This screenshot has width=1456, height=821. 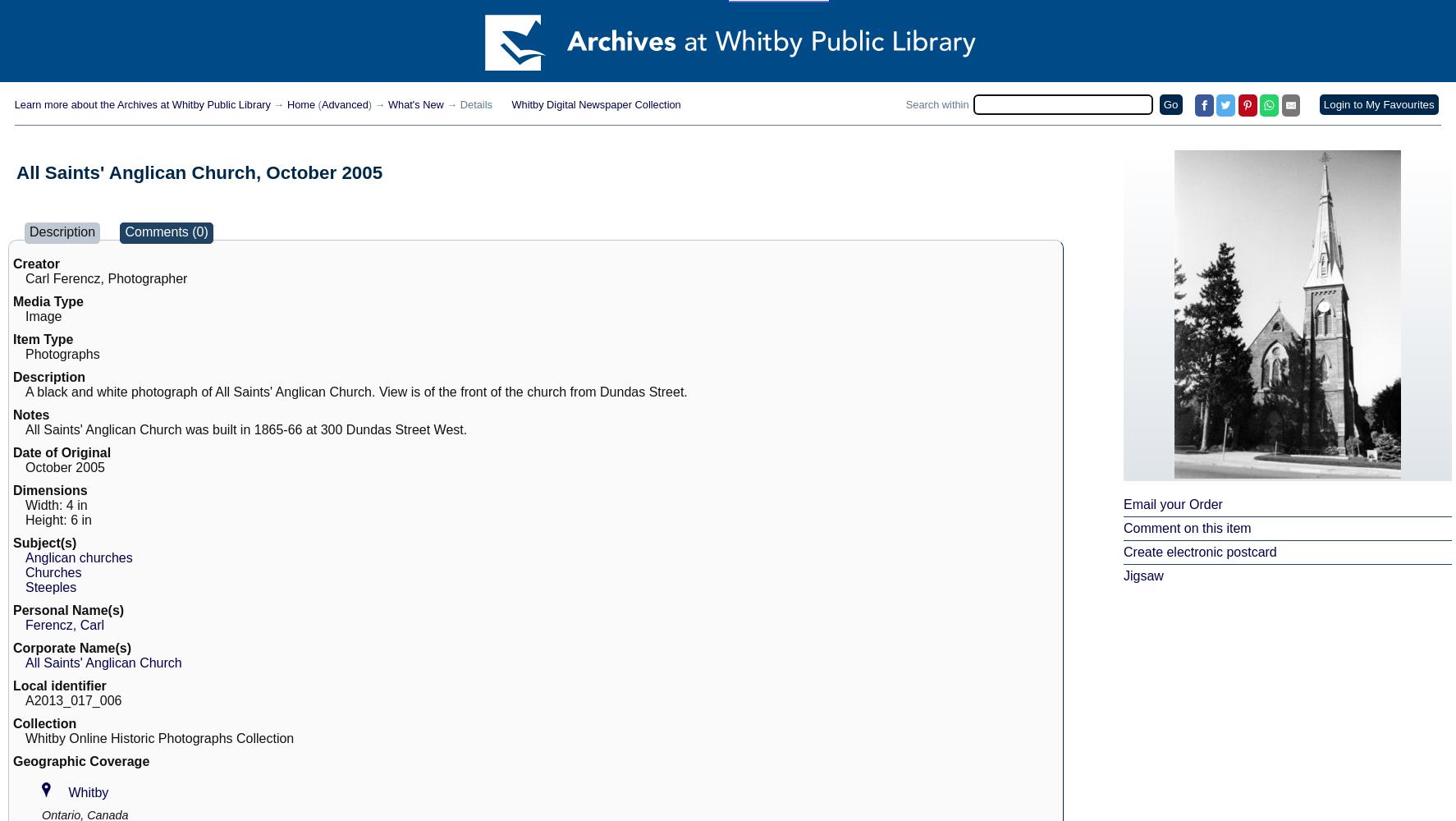 What do you see at coordinates (34, 263) in the screenshot?
I see `'Creator'` at bounding box center [34, 263].